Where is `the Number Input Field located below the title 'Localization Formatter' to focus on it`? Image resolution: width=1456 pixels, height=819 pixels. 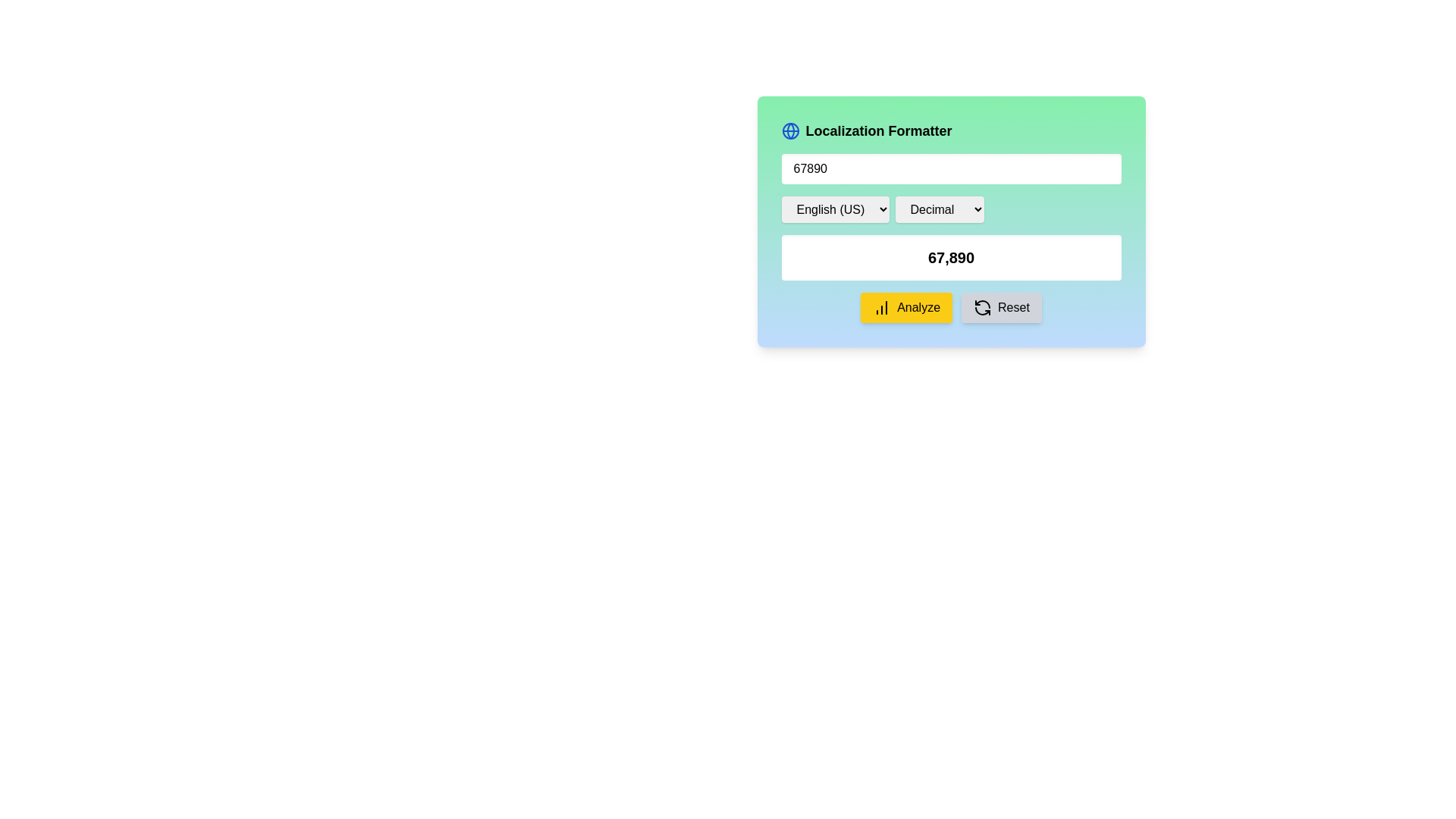
the Number Input Field located below the title 'Localization Formatter' to focus on it is located at coordinates (950, 169).